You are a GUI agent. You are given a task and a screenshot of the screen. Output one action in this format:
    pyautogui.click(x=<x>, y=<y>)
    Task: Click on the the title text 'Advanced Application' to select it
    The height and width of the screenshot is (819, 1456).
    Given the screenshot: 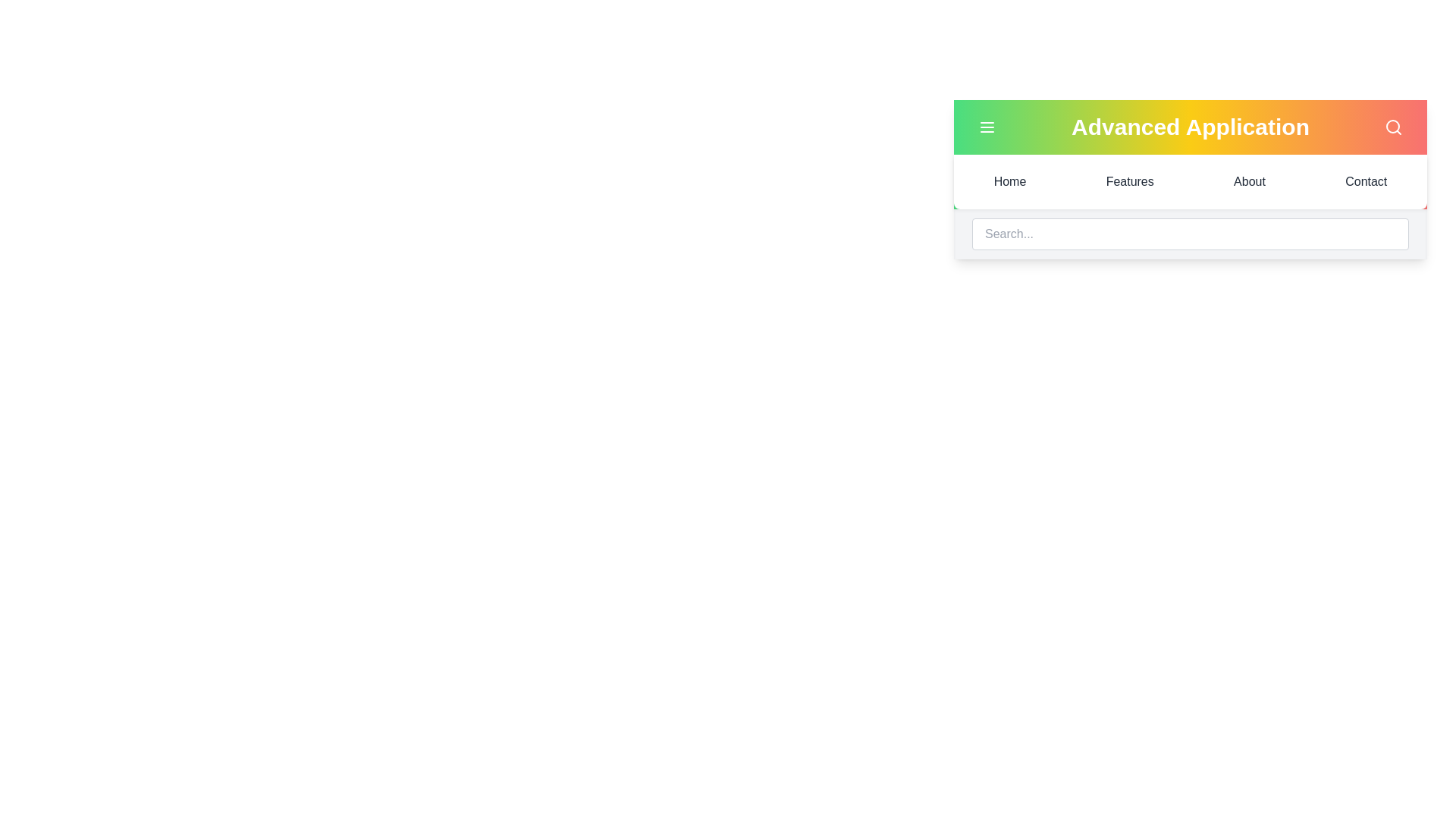 What is the action you would take?
    pyautogui.click(x=1189, y=127)
    